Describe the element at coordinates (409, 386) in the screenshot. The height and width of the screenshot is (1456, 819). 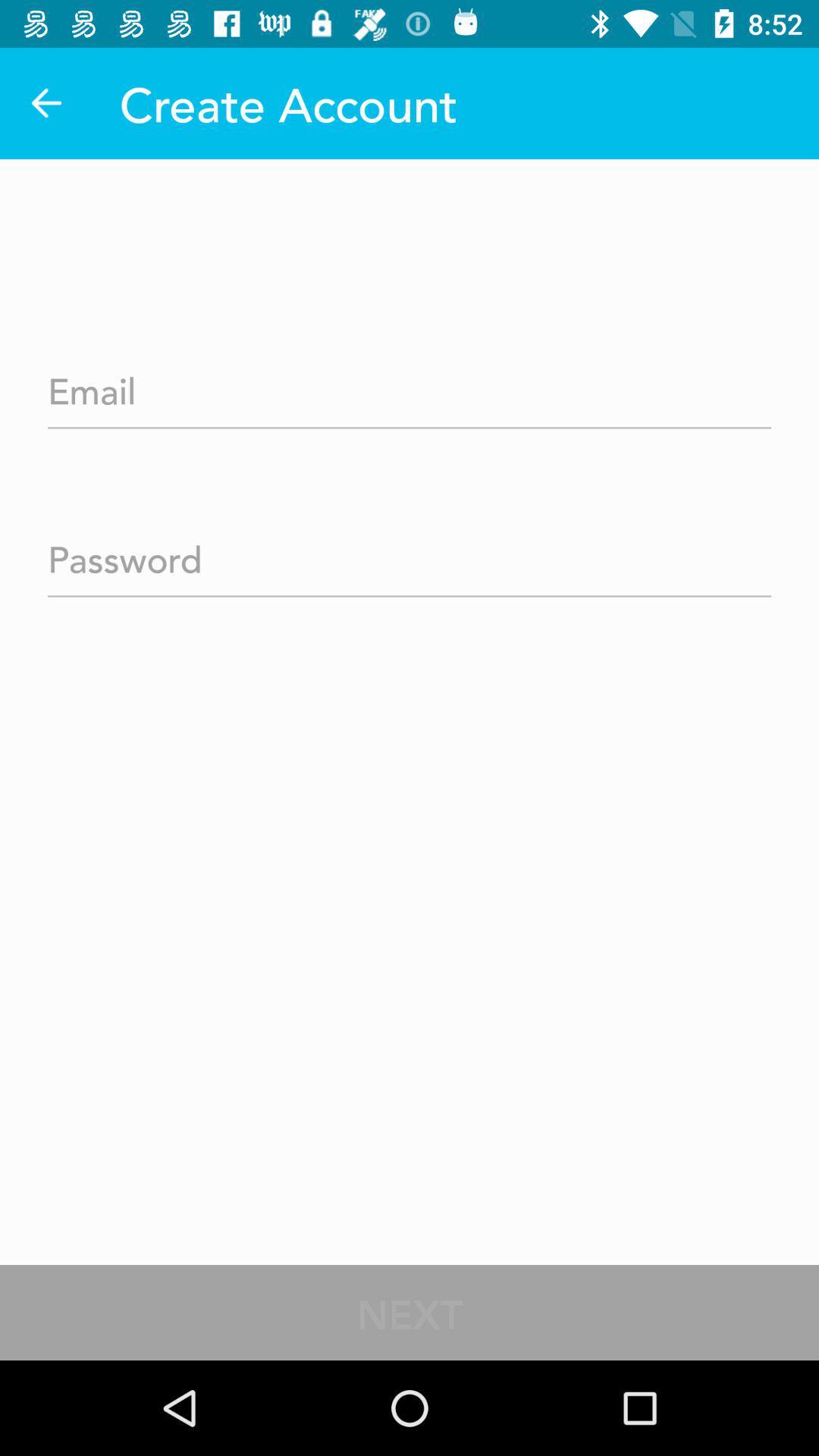
I see `email box` at that location.